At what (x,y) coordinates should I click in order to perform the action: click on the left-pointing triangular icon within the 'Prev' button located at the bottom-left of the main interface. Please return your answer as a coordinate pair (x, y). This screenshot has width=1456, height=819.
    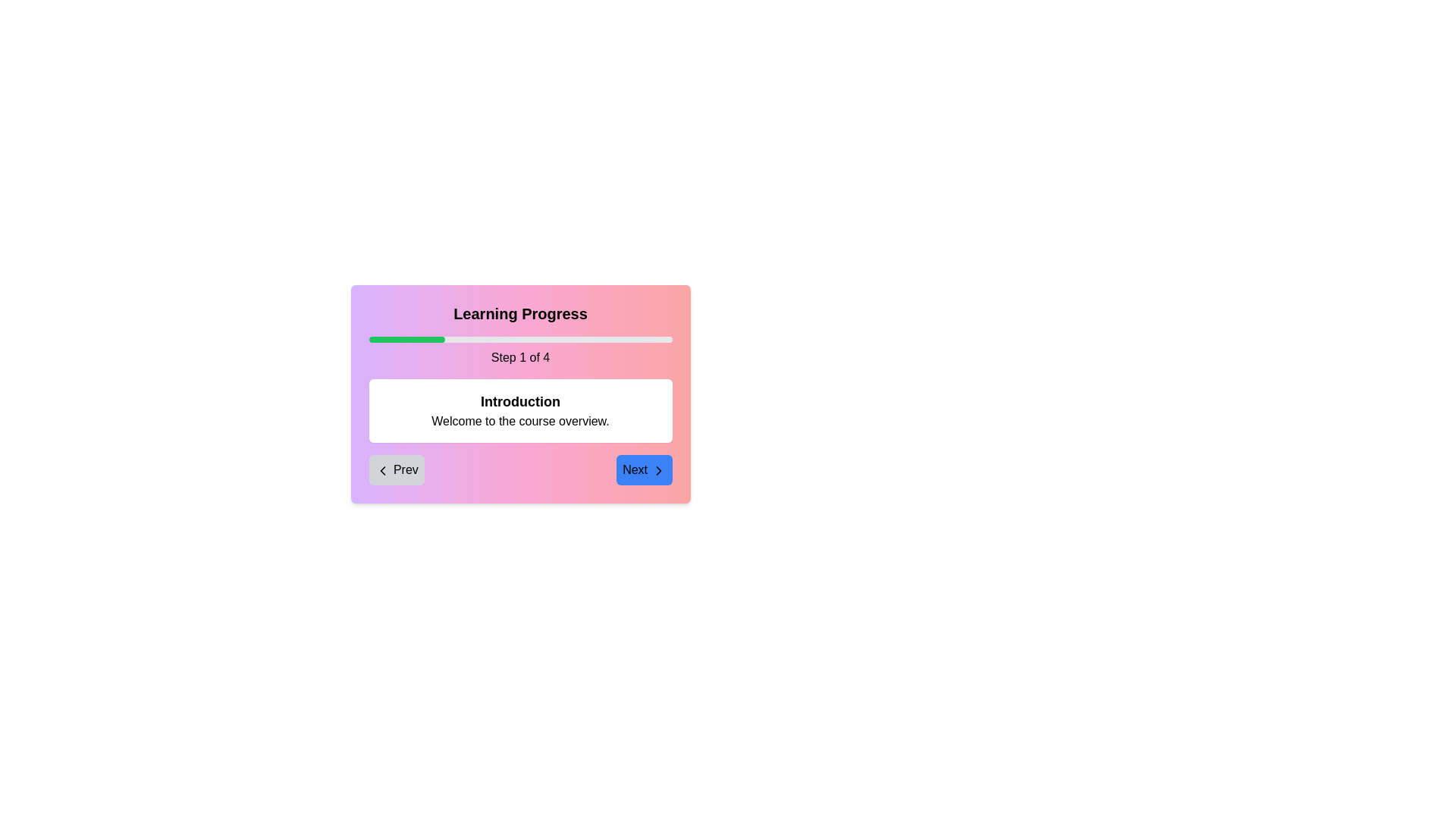
    Looking at the image, I should click on (382, 469).